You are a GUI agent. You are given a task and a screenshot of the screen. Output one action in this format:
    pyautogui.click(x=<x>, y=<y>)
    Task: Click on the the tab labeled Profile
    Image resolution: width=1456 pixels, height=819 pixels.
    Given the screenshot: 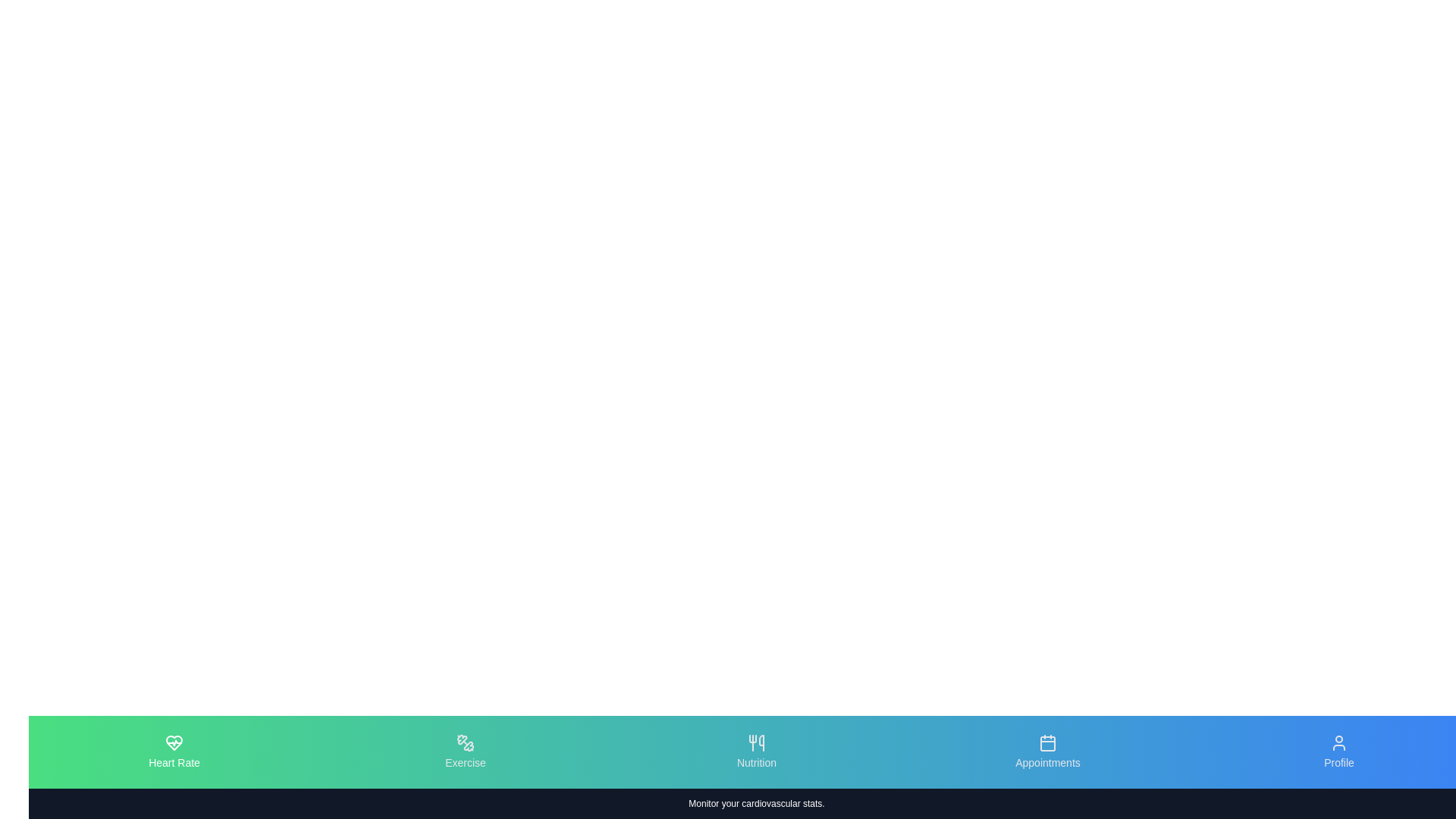 What is the action you would take?
    pyautogui.click(x=1339, y=752)
    